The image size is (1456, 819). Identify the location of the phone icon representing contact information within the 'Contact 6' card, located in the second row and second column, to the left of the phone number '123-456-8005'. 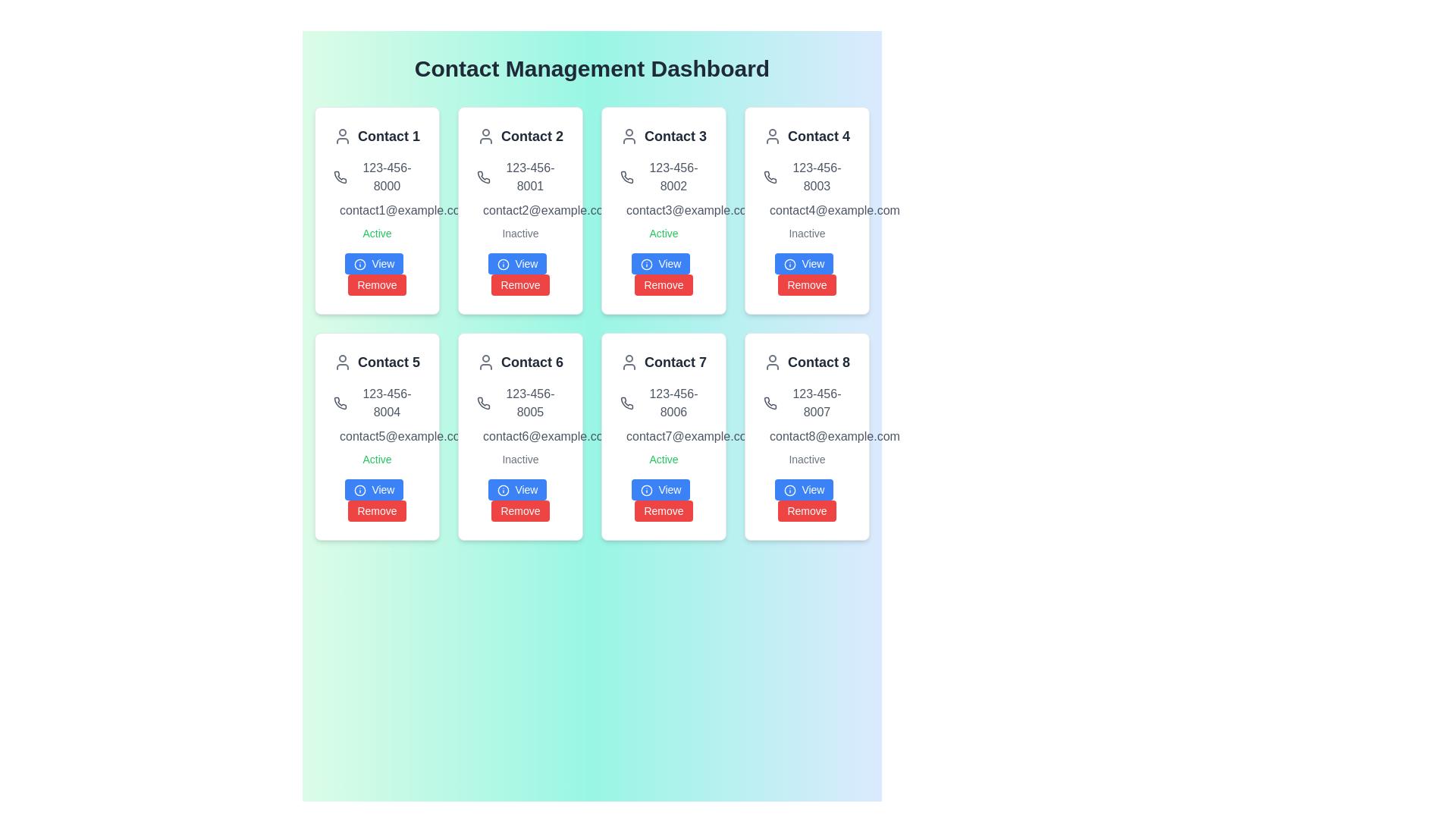
(483, 403).